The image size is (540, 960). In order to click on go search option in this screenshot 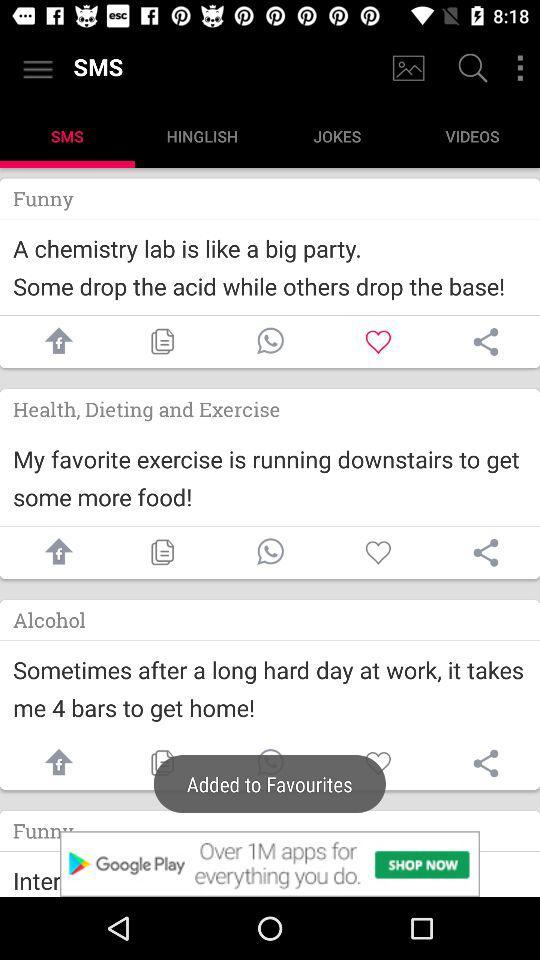, I will do `click(470, 70)`.